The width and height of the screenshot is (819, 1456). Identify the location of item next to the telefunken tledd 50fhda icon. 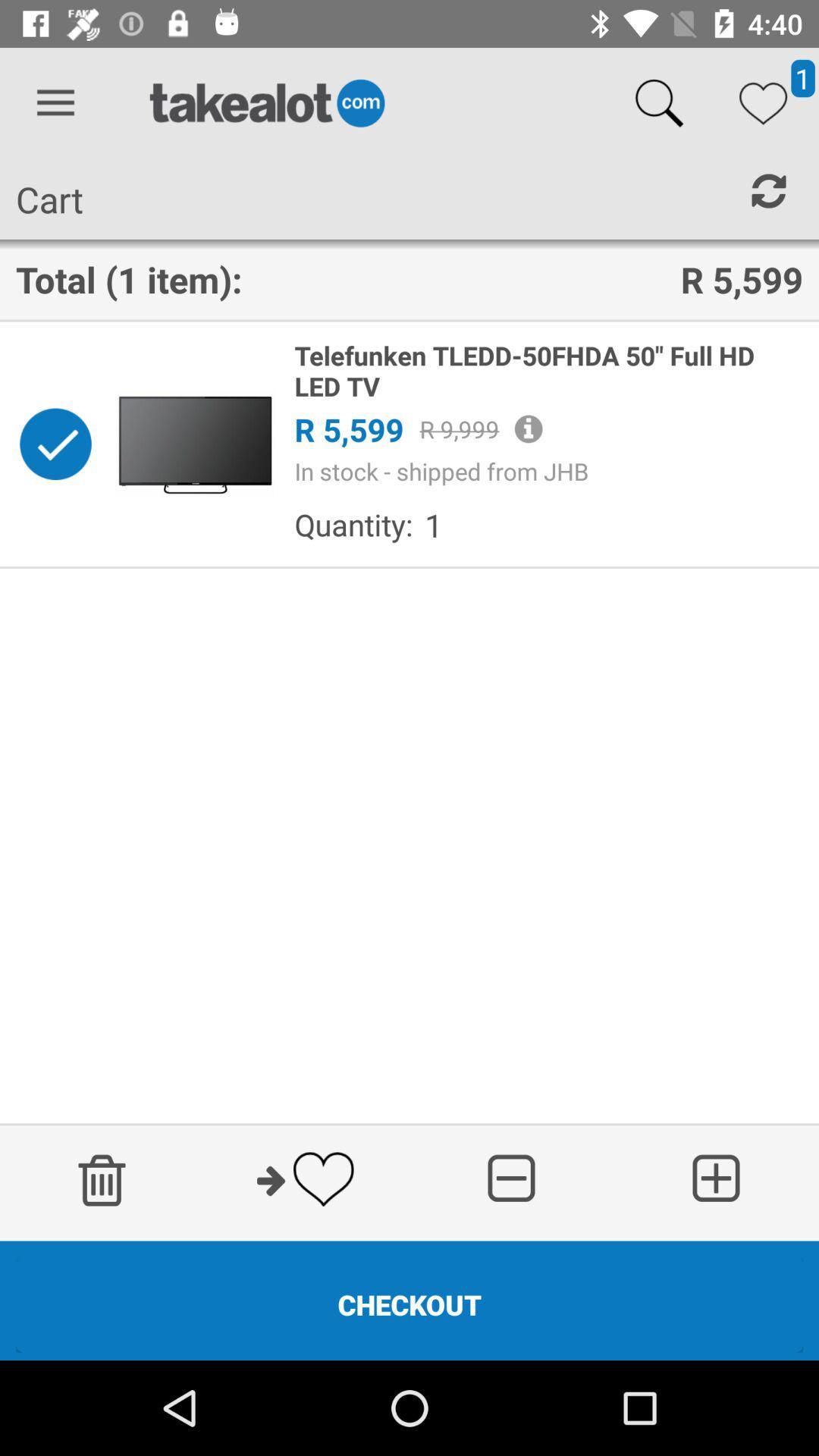
(194, 443).